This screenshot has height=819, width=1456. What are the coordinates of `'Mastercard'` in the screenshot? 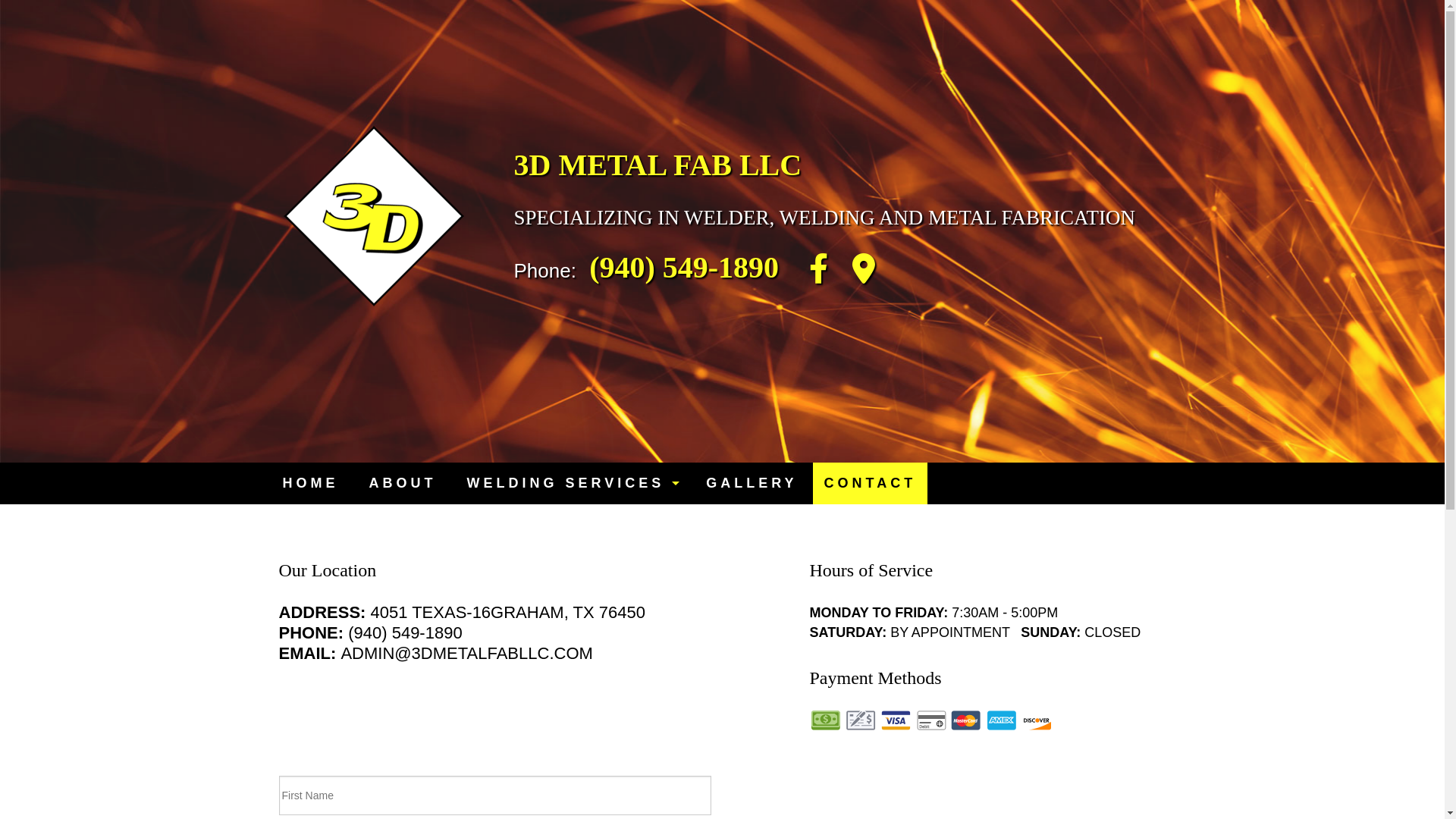 It's located at (965, 719).